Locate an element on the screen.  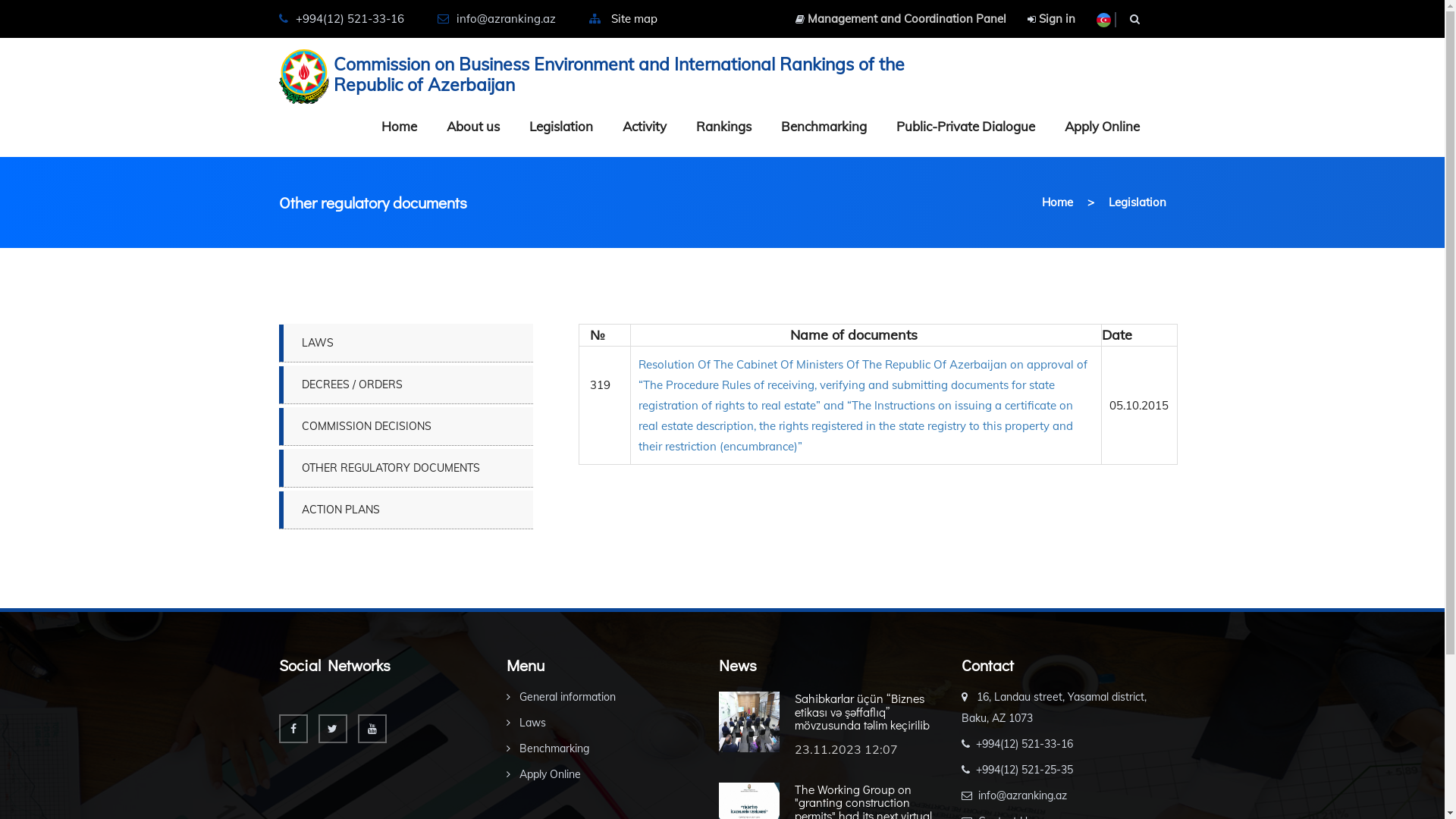
'ACTION PLANS' is located at coordinates (406, 509).